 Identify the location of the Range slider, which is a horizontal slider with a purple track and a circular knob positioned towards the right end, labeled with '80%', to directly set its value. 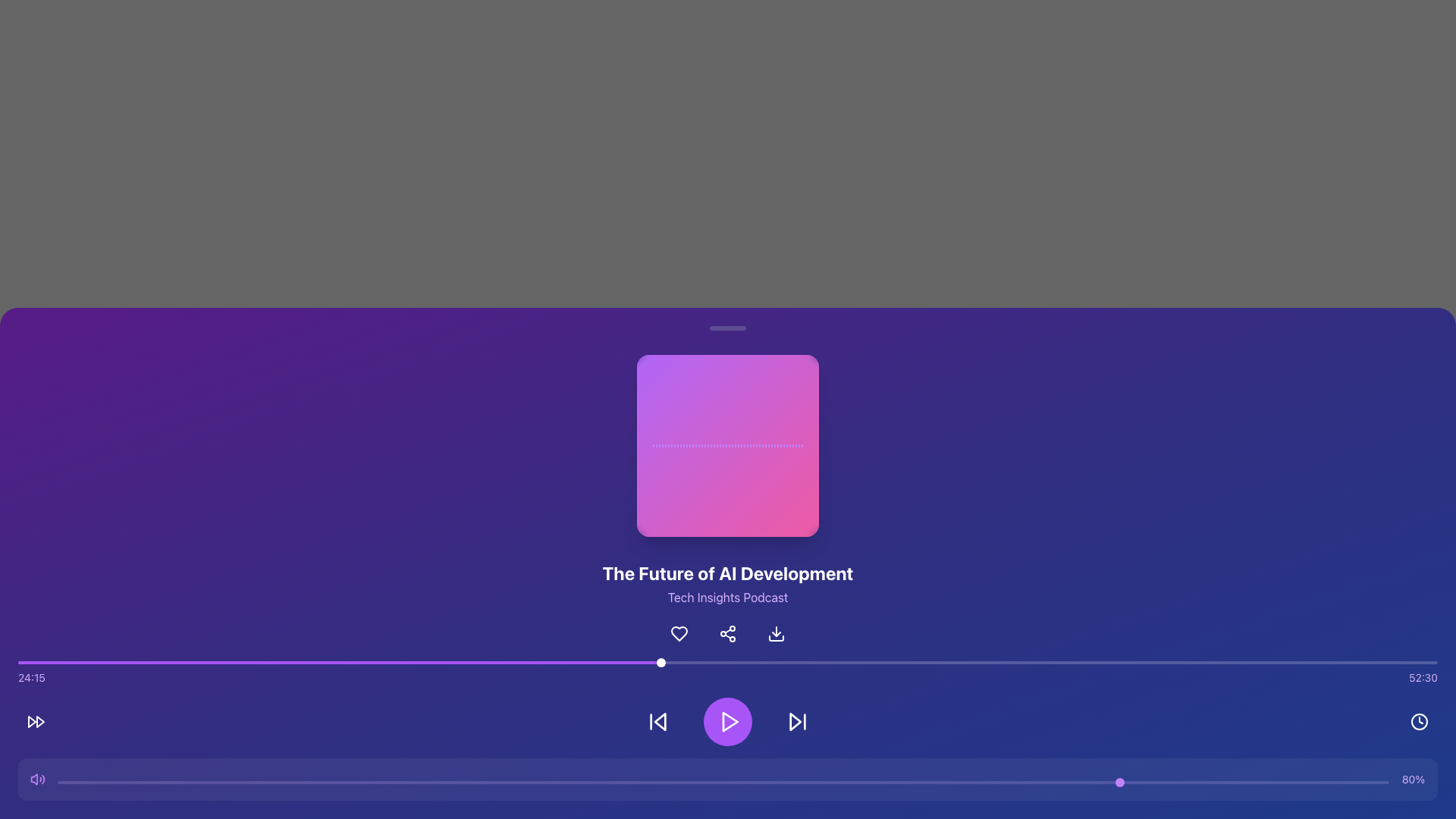
(728, 780).